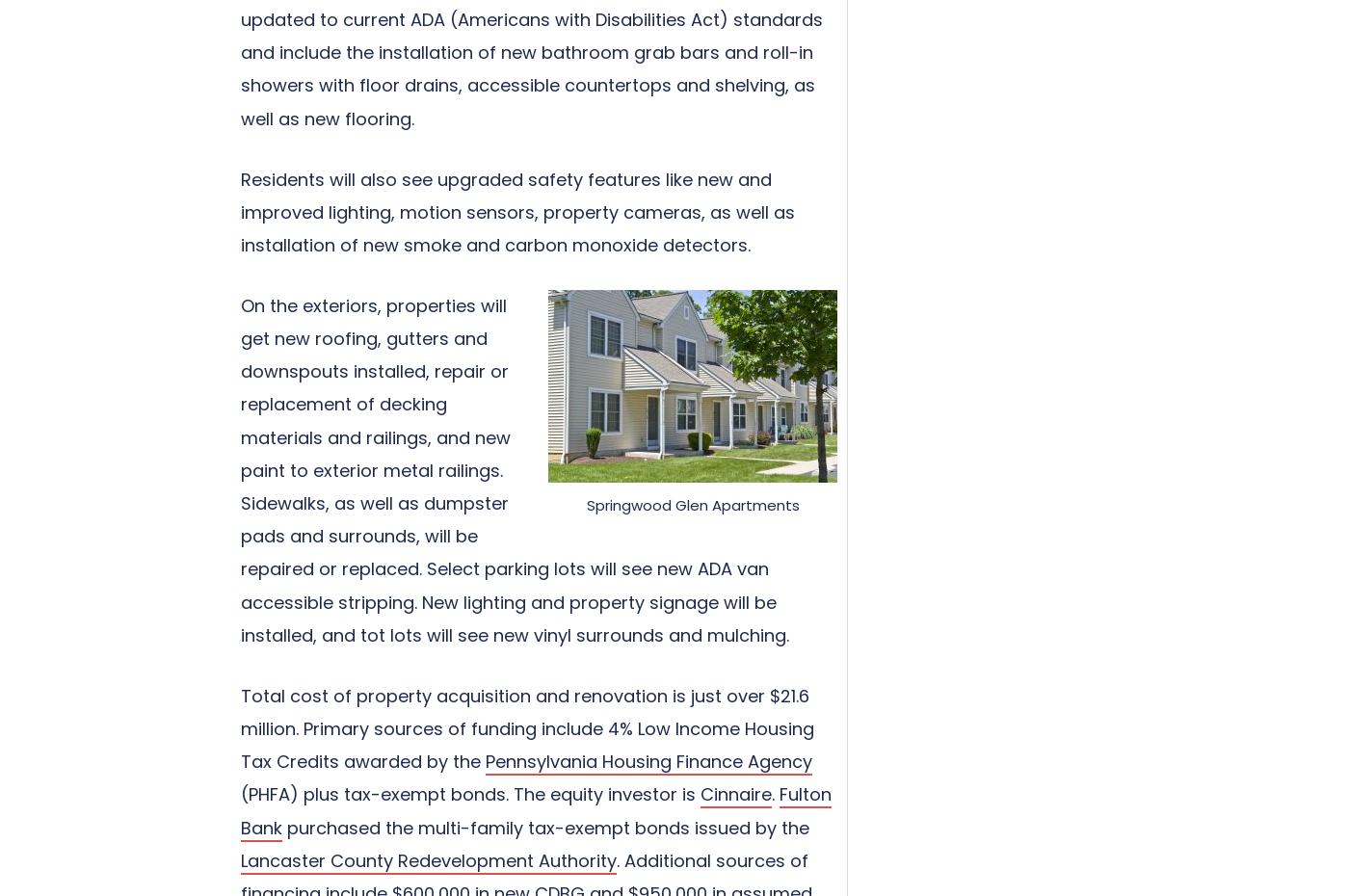 The image size is (1349, 896). Describe the element at coordinates (527, 727) in the screenshot. I see `'Total cost of property acquisition and renovation is just over $21.6 million. Primary sources of funding include 4% Low Income Housing Tax Credits awarded by the'` at that location.